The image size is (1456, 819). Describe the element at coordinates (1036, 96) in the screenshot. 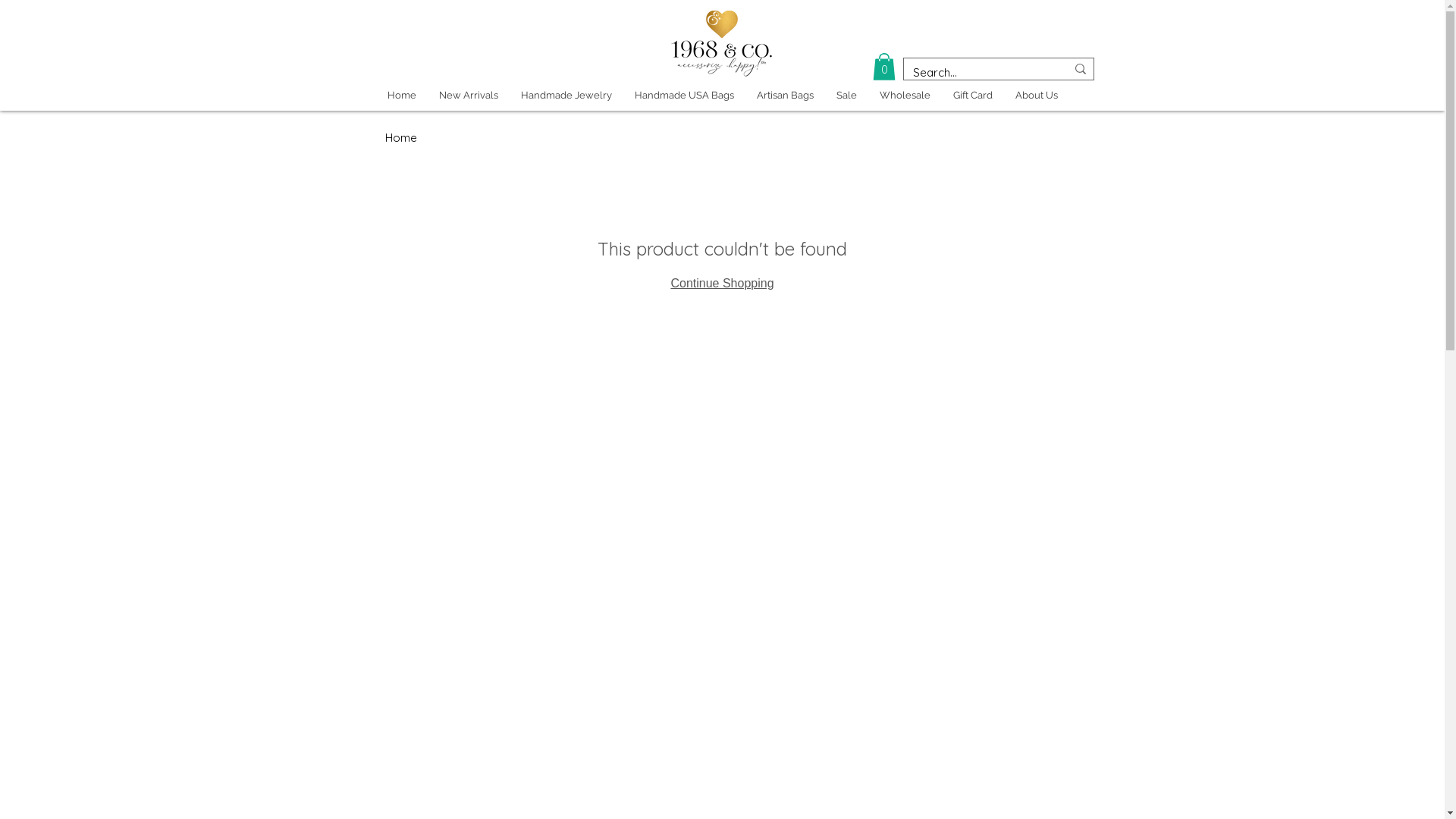

I see `'About Us'` at that location.